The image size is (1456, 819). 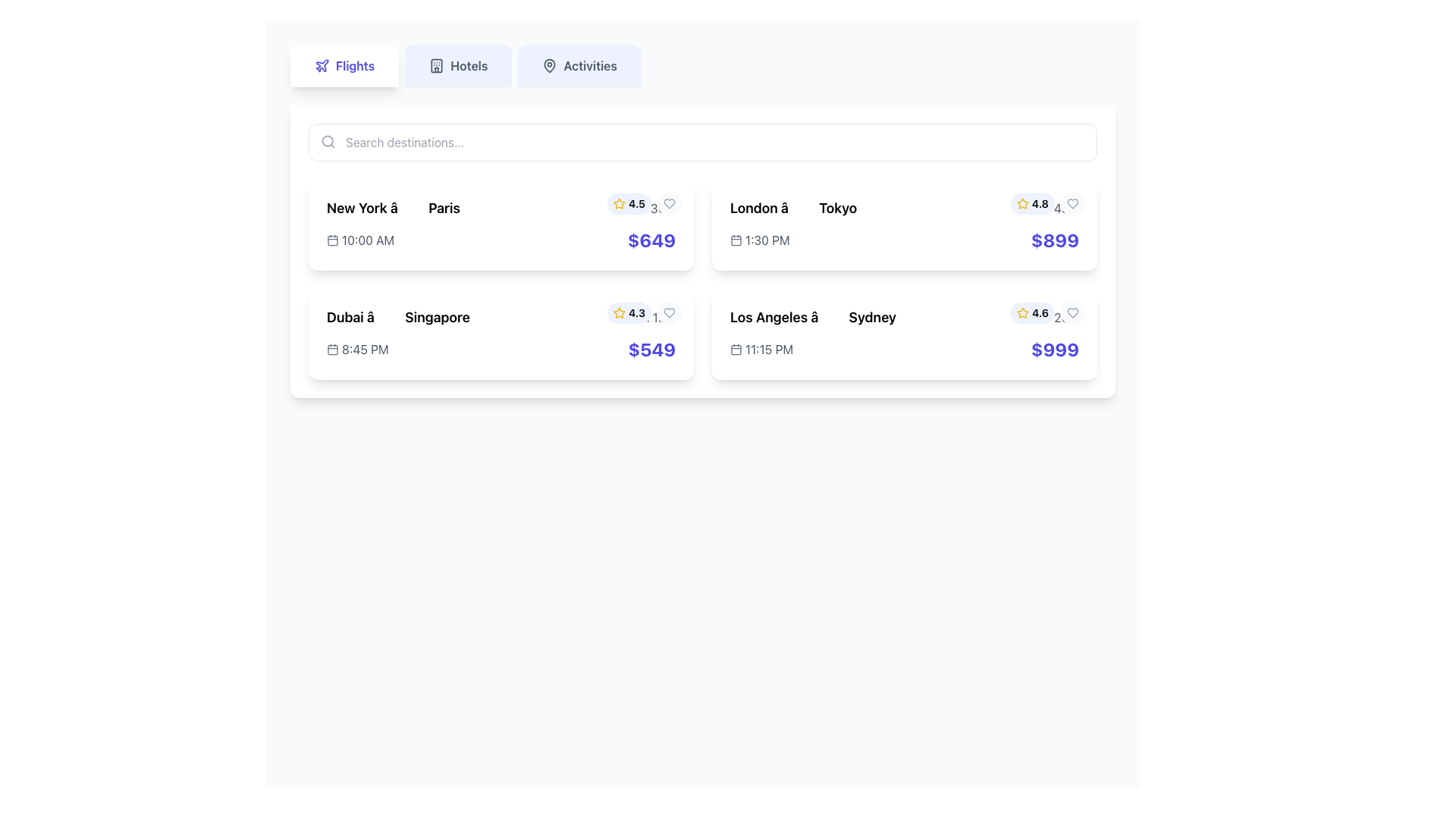 I want to click on the small hotel building icon located in the 'Hotels' tab, which is aligned left of its label text in the upper section of the interface, so click(x=436, y=65).